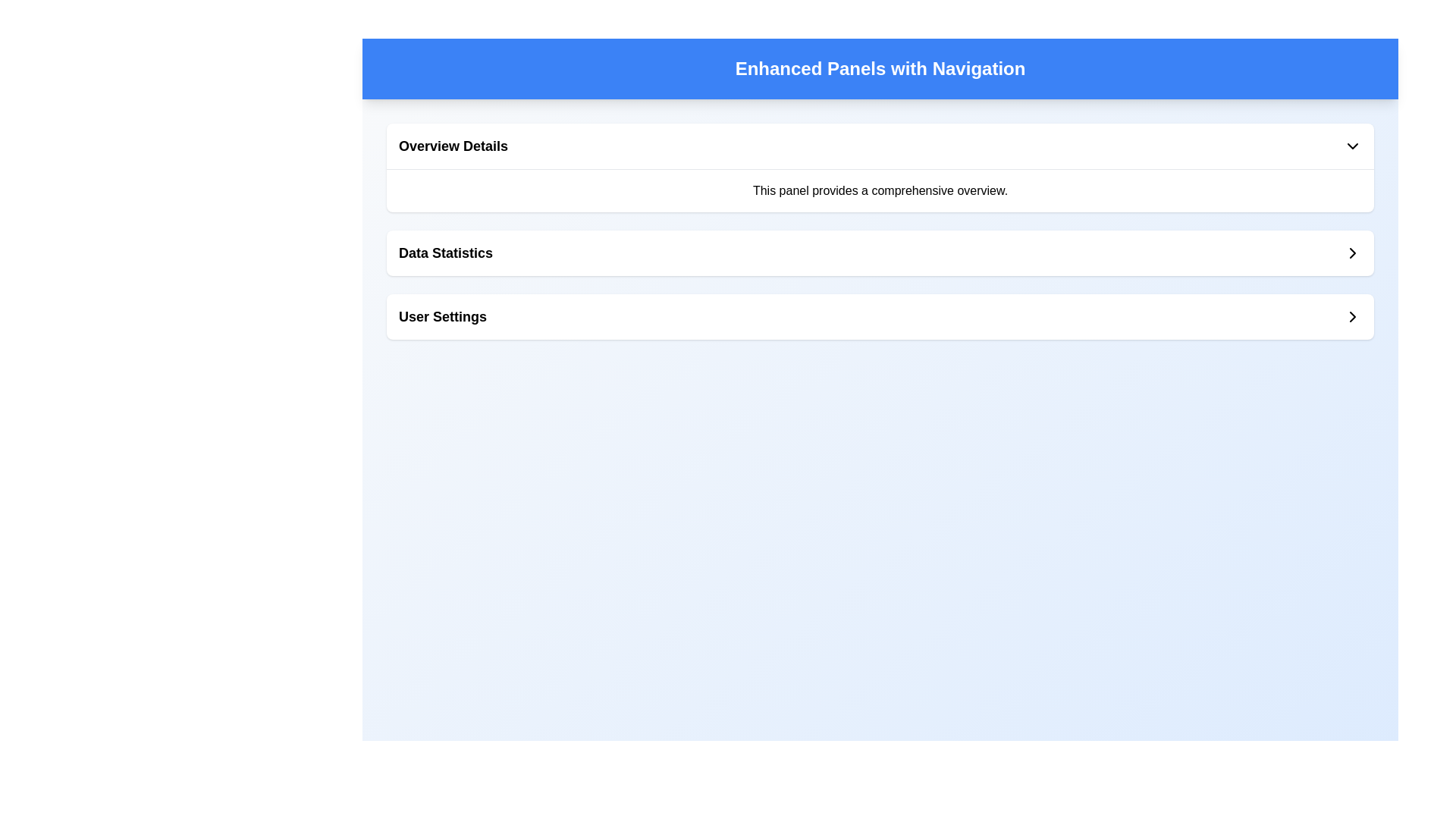 This screenshot has width=1456, height=819. Describe the element at coordinates (880, 253) in the screenshot. I see `the Button styled as a list item that serves as an entry point for viewing or interacting with data statistics` at that location.